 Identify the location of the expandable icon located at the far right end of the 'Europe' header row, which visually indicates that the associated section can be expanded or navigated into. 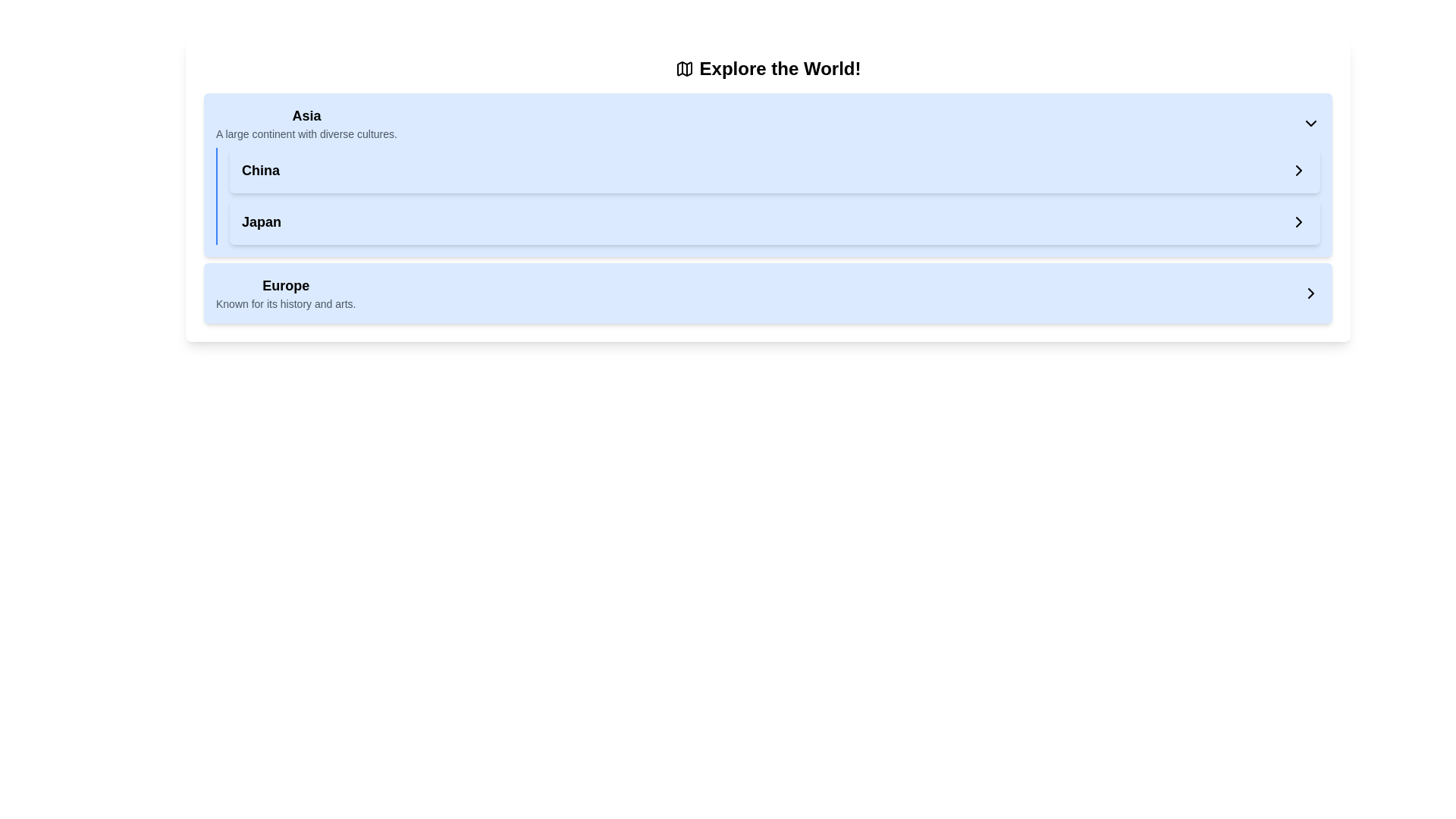
(1310, 293).